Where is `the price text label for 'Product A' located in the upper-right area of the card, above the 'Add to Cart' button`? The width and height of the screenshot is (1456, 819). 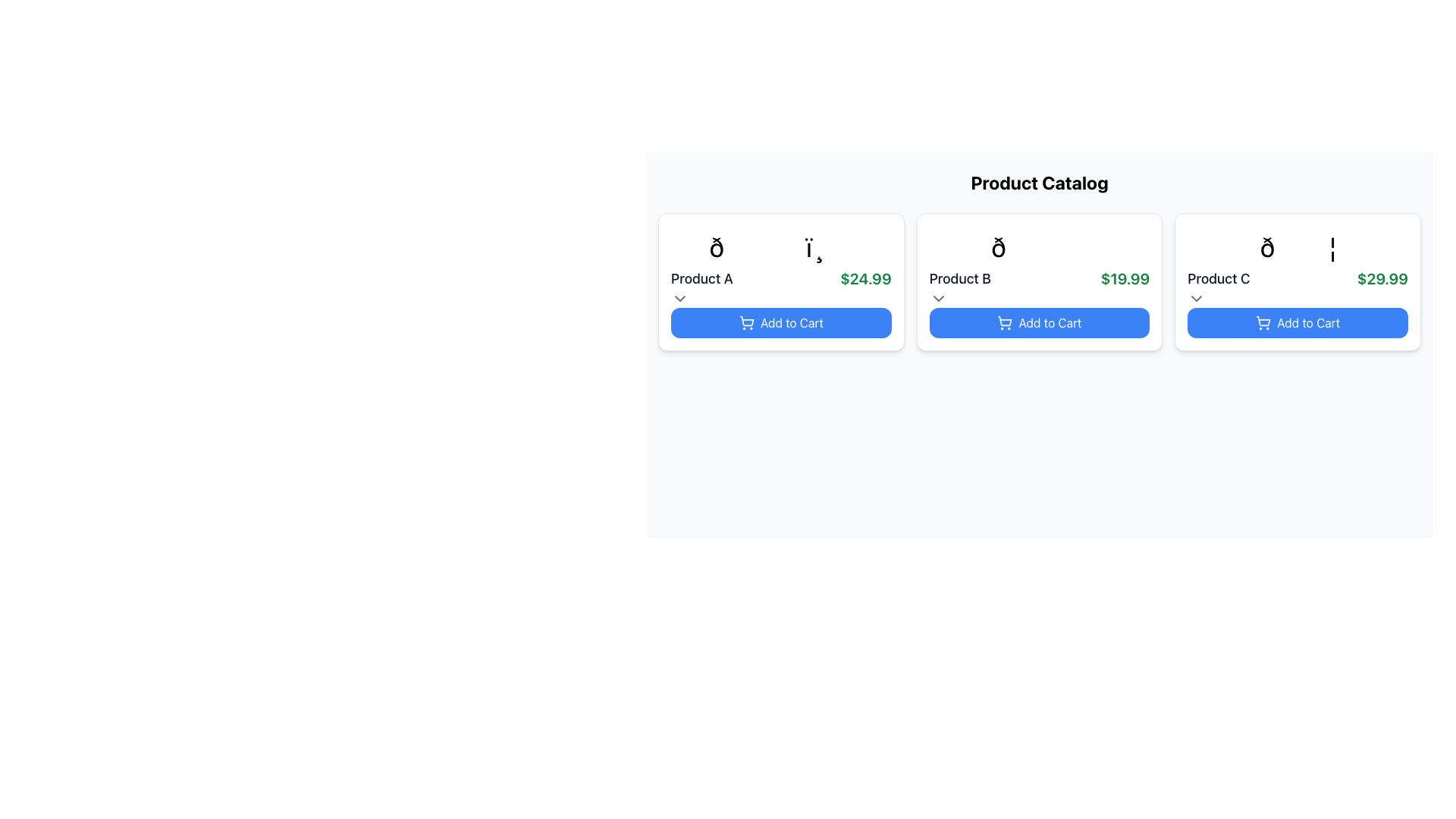
the price text label for 'Product A' located in the upper-right area of the card, above the 'Add to Cart' button is located at coordinates (866, 278).